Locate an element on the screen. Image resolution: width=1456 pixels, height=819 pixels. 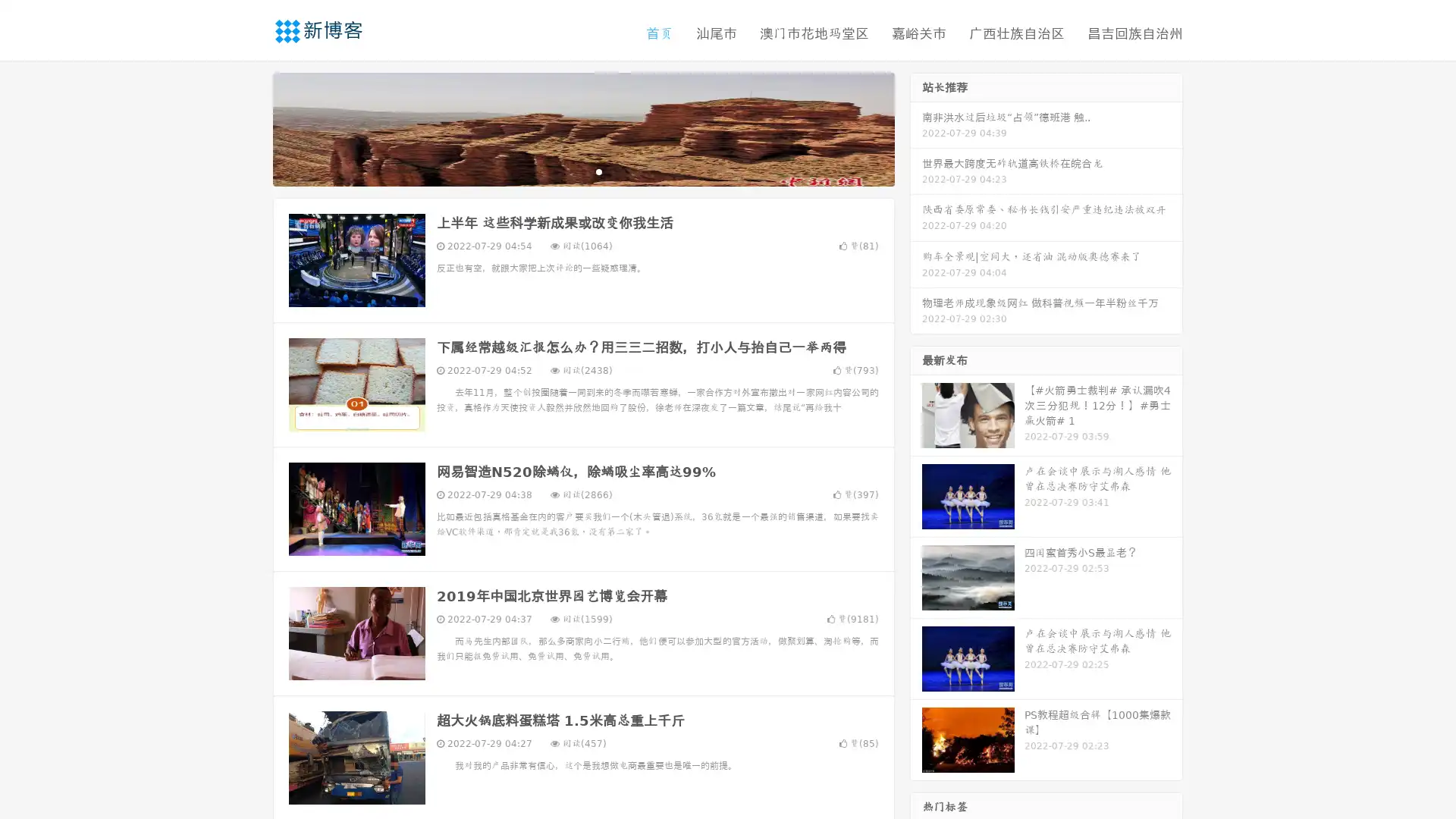
Previous slide is located at coordinates (250, 127).